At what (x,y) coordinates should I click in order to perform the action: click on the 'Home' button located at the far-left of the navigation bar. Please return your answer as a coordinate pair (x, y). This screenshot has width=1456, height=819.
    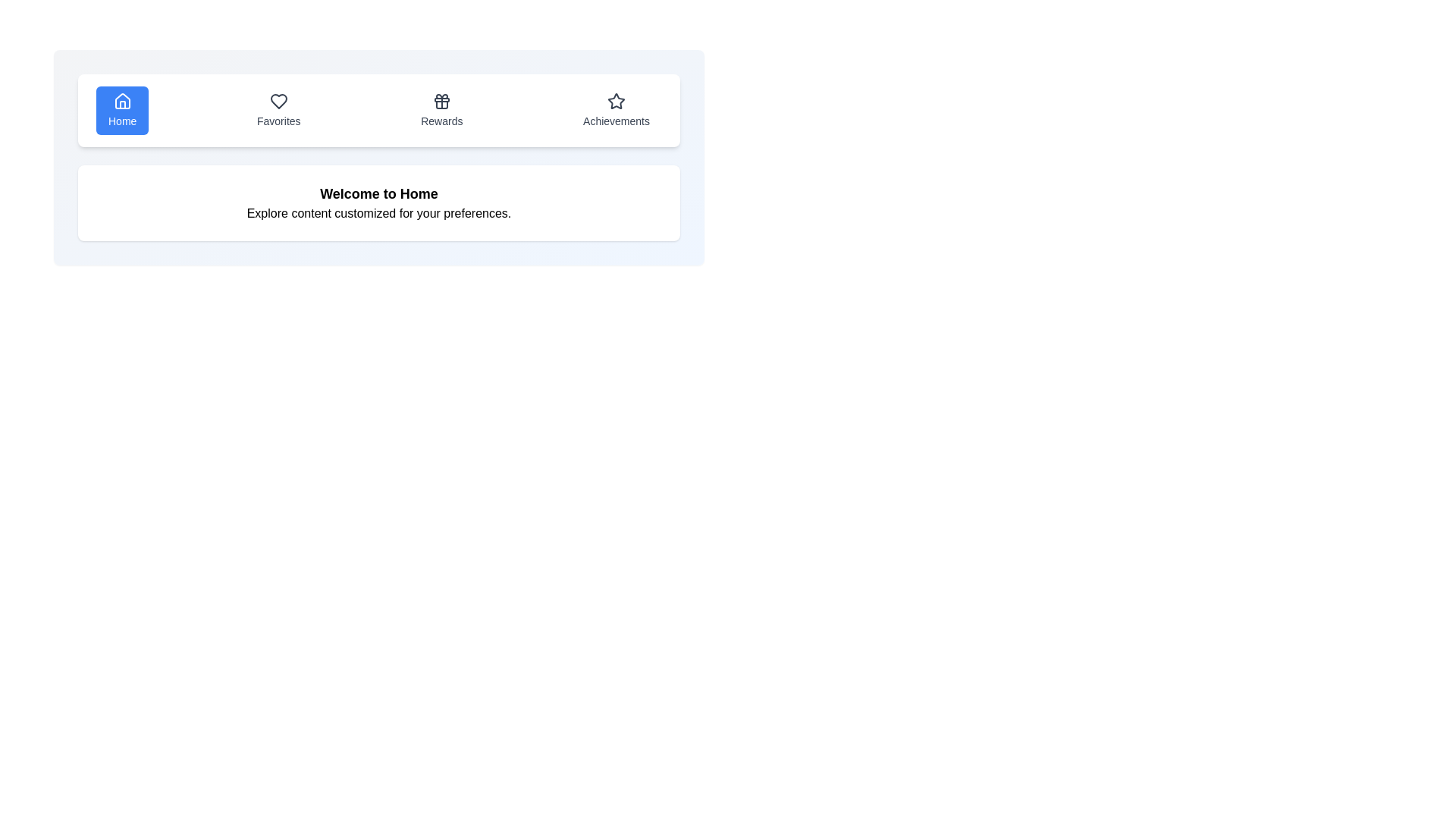
    Looking at the image, I should click on (122, 110).